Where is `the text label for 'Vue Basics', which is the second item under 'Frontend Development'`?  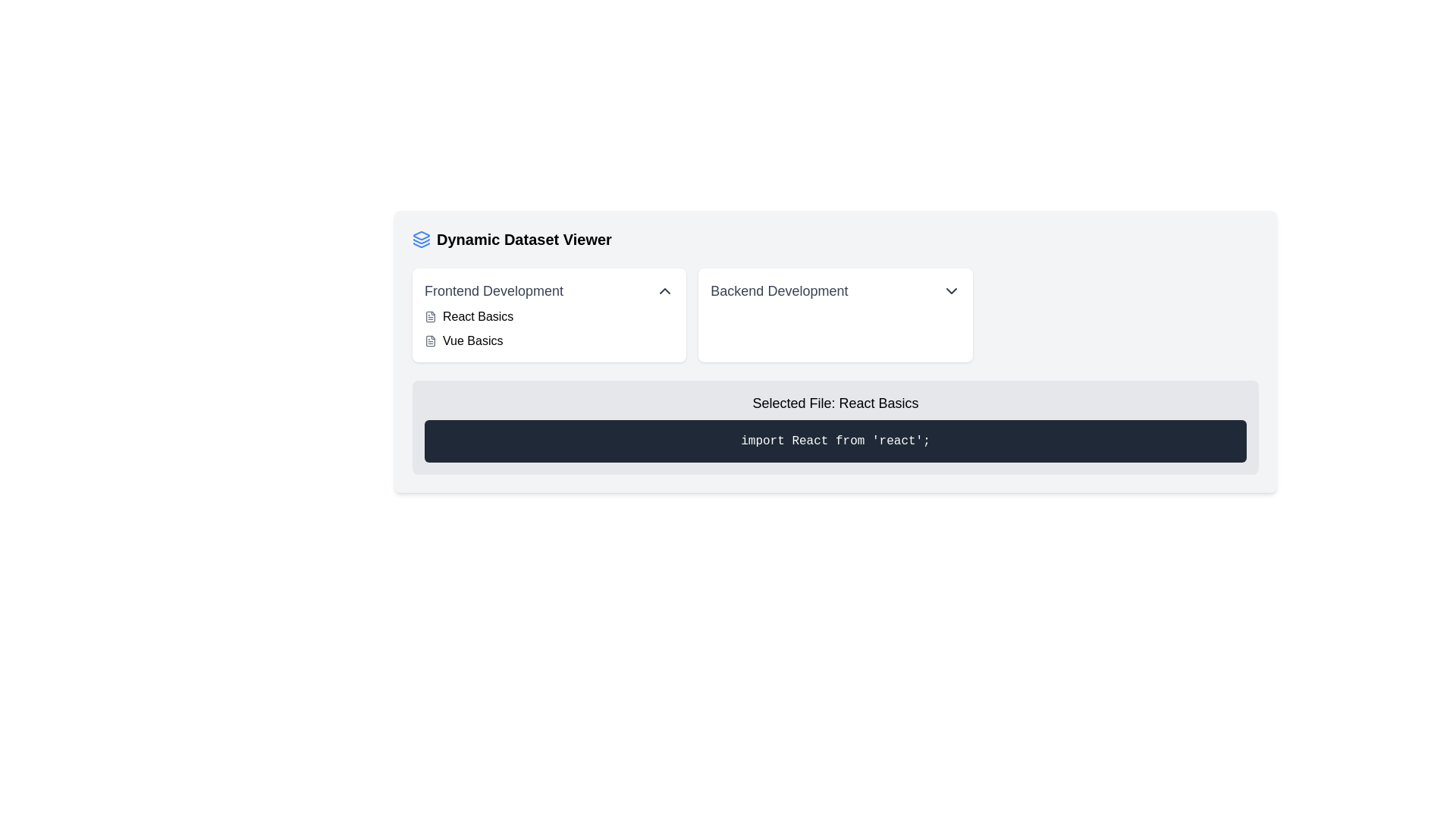 the text label for 'Vue Basics', which is the second item under 'Frontend Development' is located at coordinates (472, 341).